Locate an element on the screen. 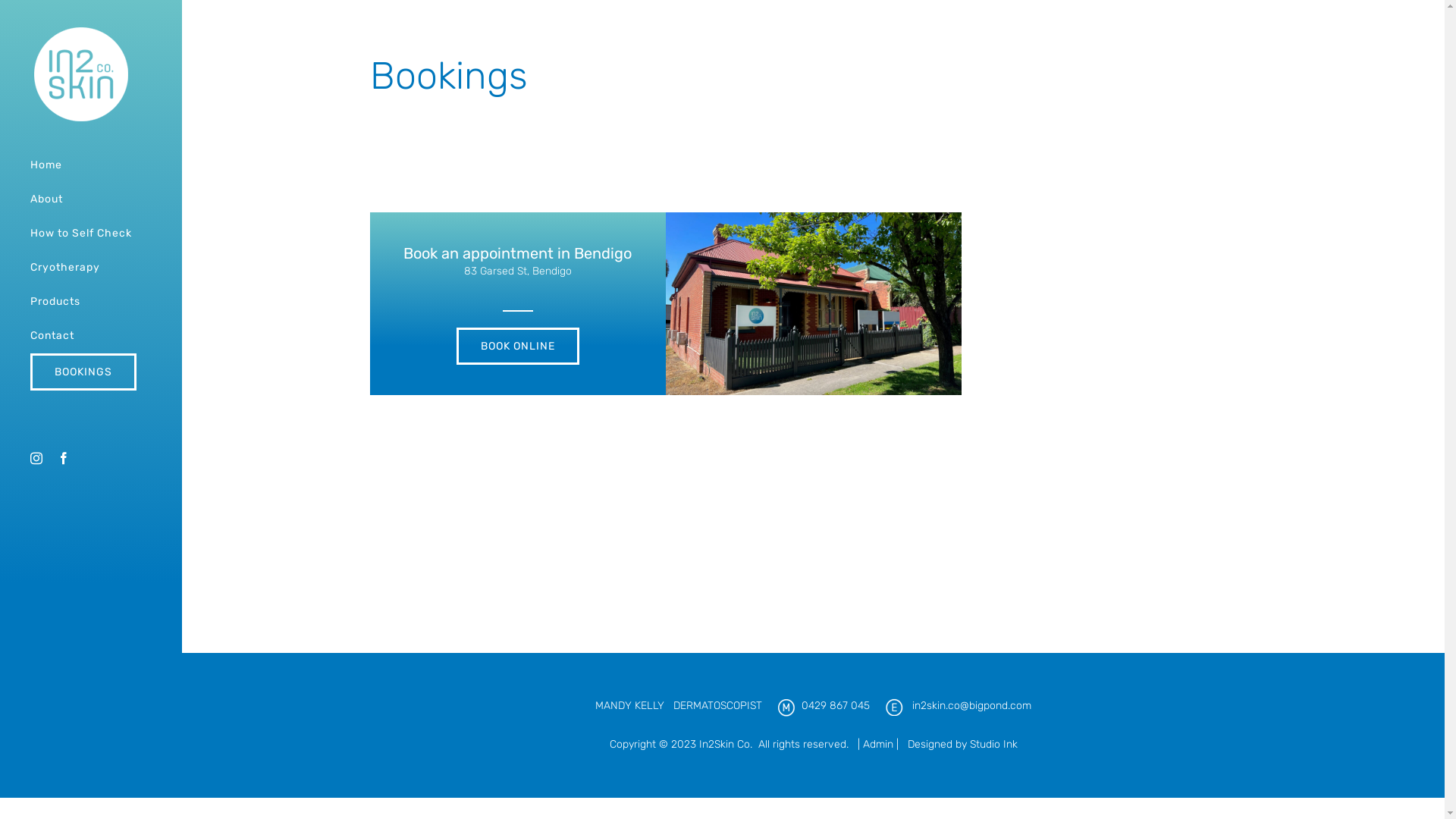  'in2skin.co@bigpond.com' is located at coordinates (912, 705).